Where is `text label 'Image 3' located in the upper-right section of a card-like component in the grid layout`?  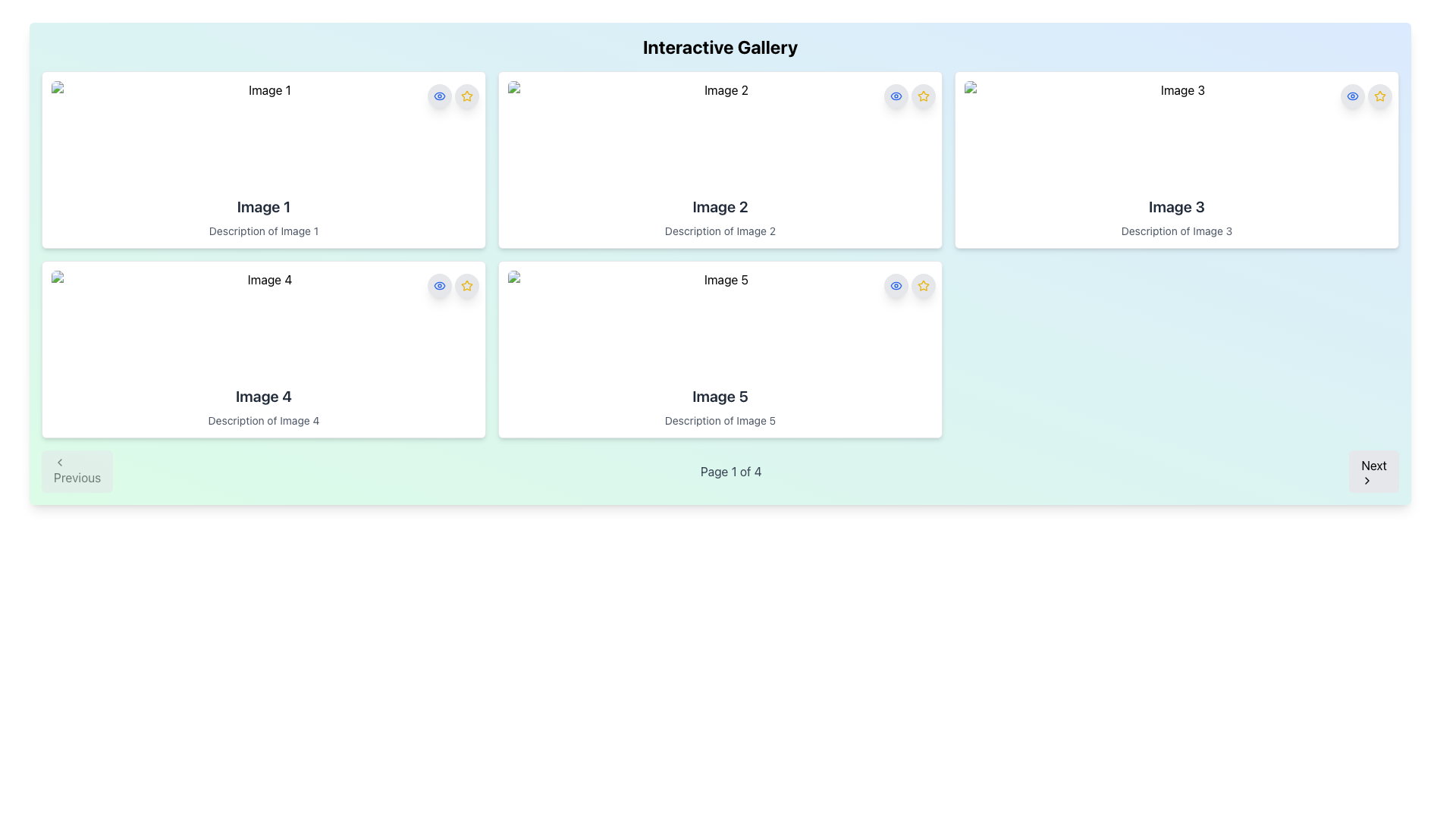
text label 'Image 3' located in the upper-right section of a card-like component in the grid layout is located at coordinates (1175, 207).